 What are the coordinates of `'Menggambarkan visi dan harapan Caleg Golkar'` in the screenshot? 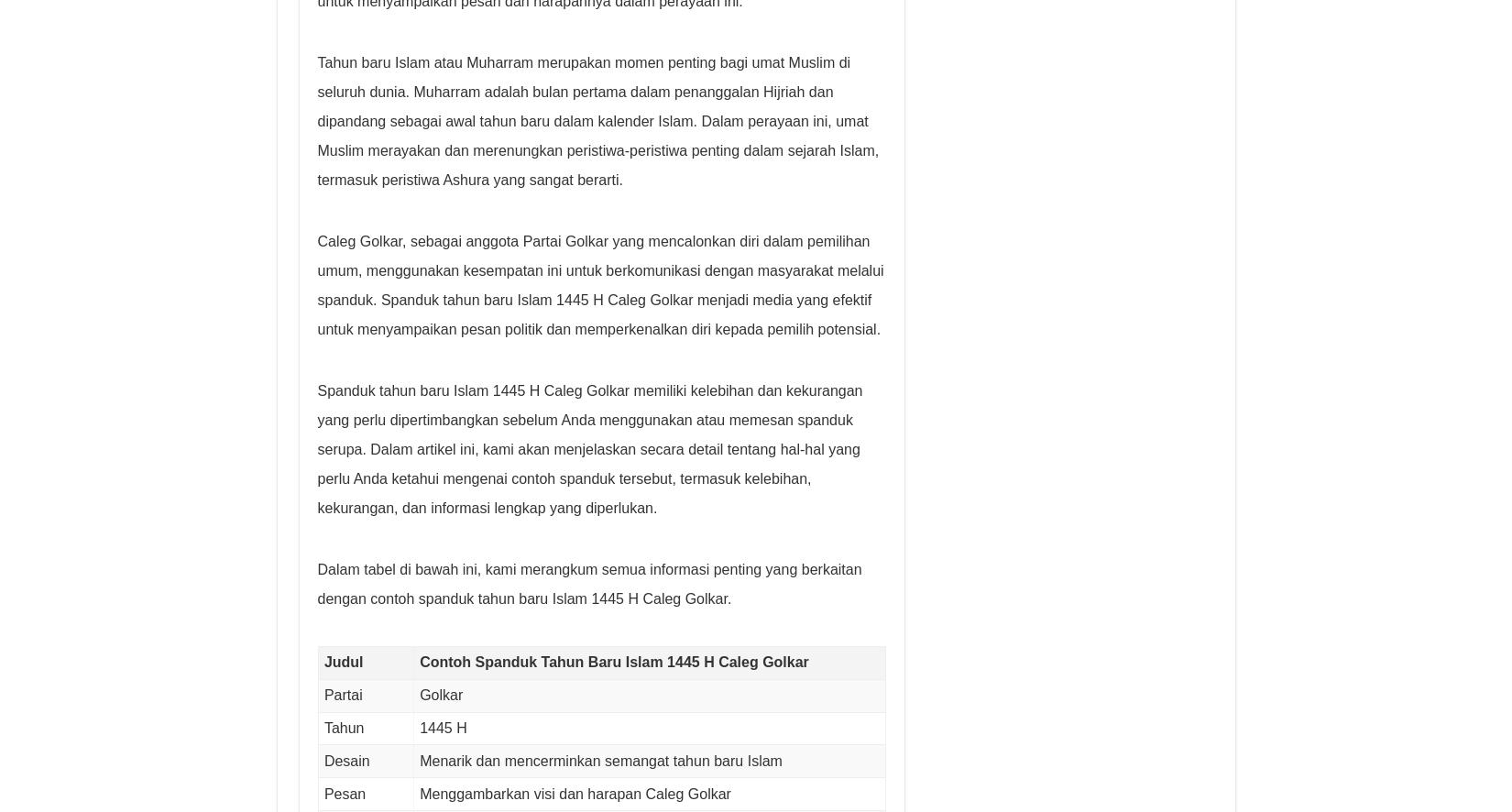 It's located at (574, 792).